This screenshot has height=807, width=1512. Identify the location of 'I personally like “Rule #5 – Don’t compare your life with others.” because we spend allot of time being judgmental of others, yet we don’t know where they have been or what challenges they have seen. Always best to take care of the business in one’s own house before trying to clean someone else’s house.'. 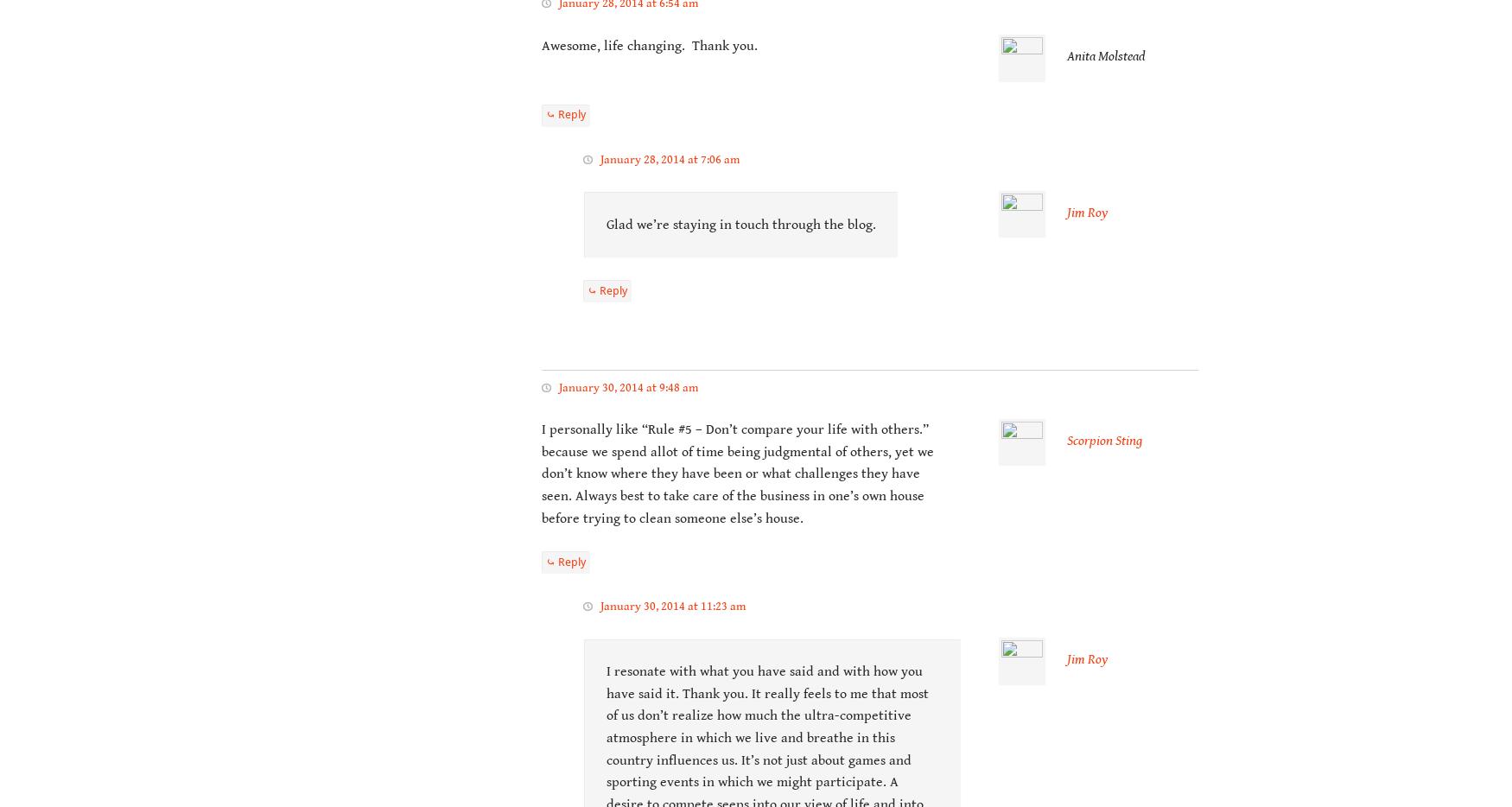
(738, 473).